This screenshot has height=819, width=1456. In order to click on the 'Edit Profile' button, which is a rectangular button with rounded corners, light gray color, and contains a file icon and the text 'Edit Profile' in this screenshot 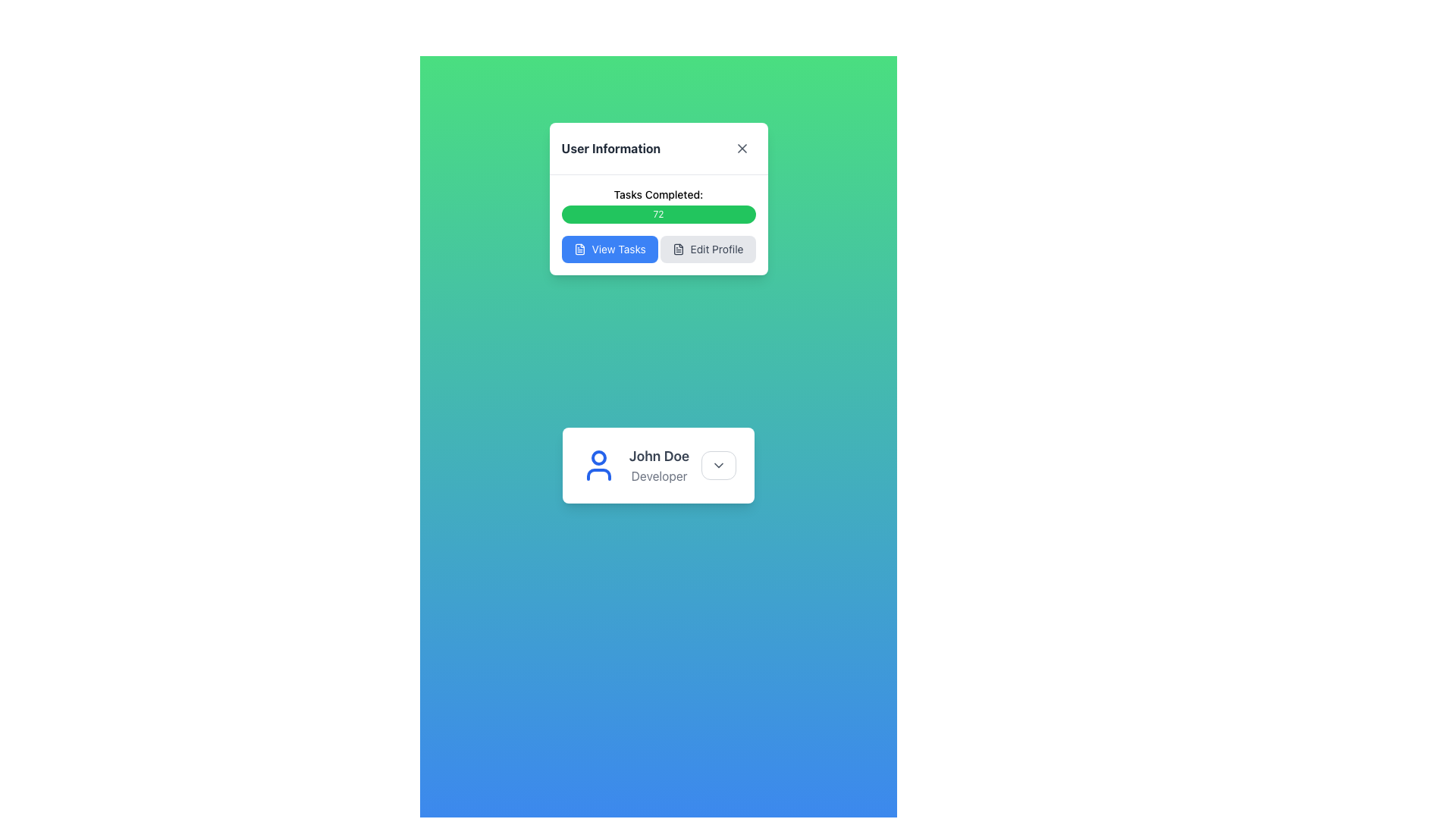, I will do `click(707, 248)`.